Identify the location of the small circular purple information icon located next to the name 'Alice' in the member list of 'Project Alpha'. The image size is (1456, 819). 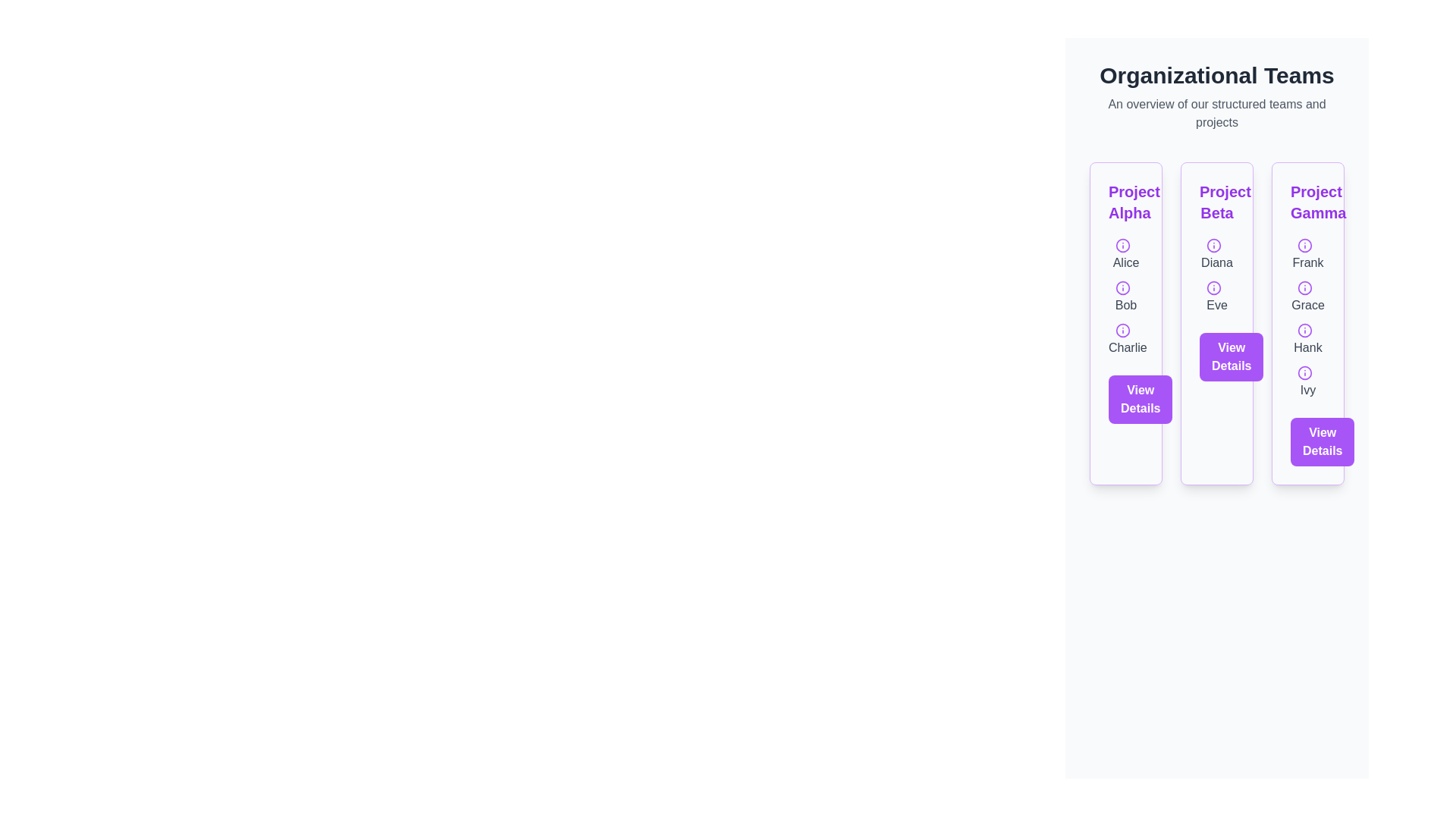
(1123, 244).